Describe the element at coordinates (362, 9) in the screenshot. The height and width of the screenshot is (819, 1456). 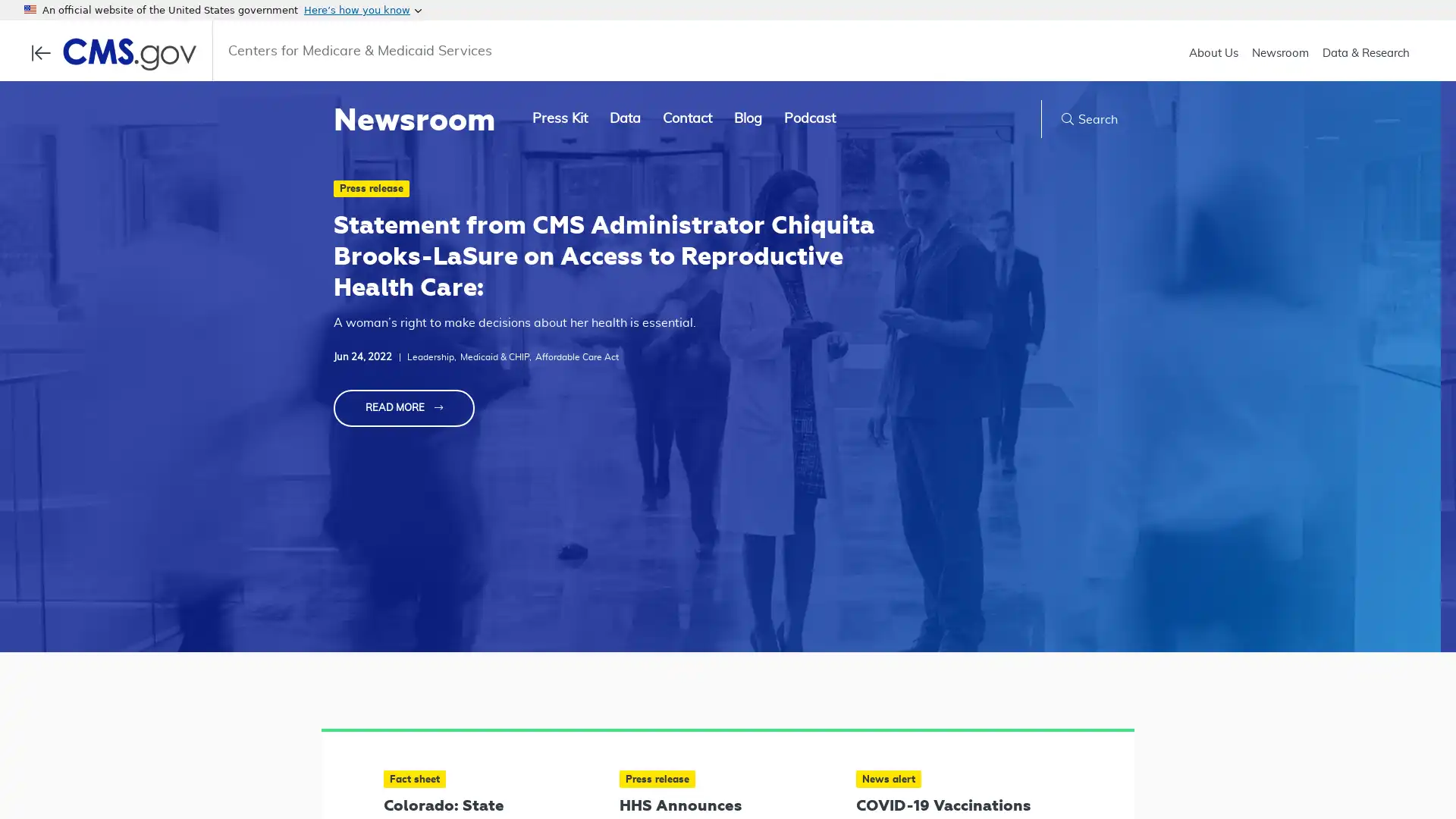
I see `Heres how you know` at that location.